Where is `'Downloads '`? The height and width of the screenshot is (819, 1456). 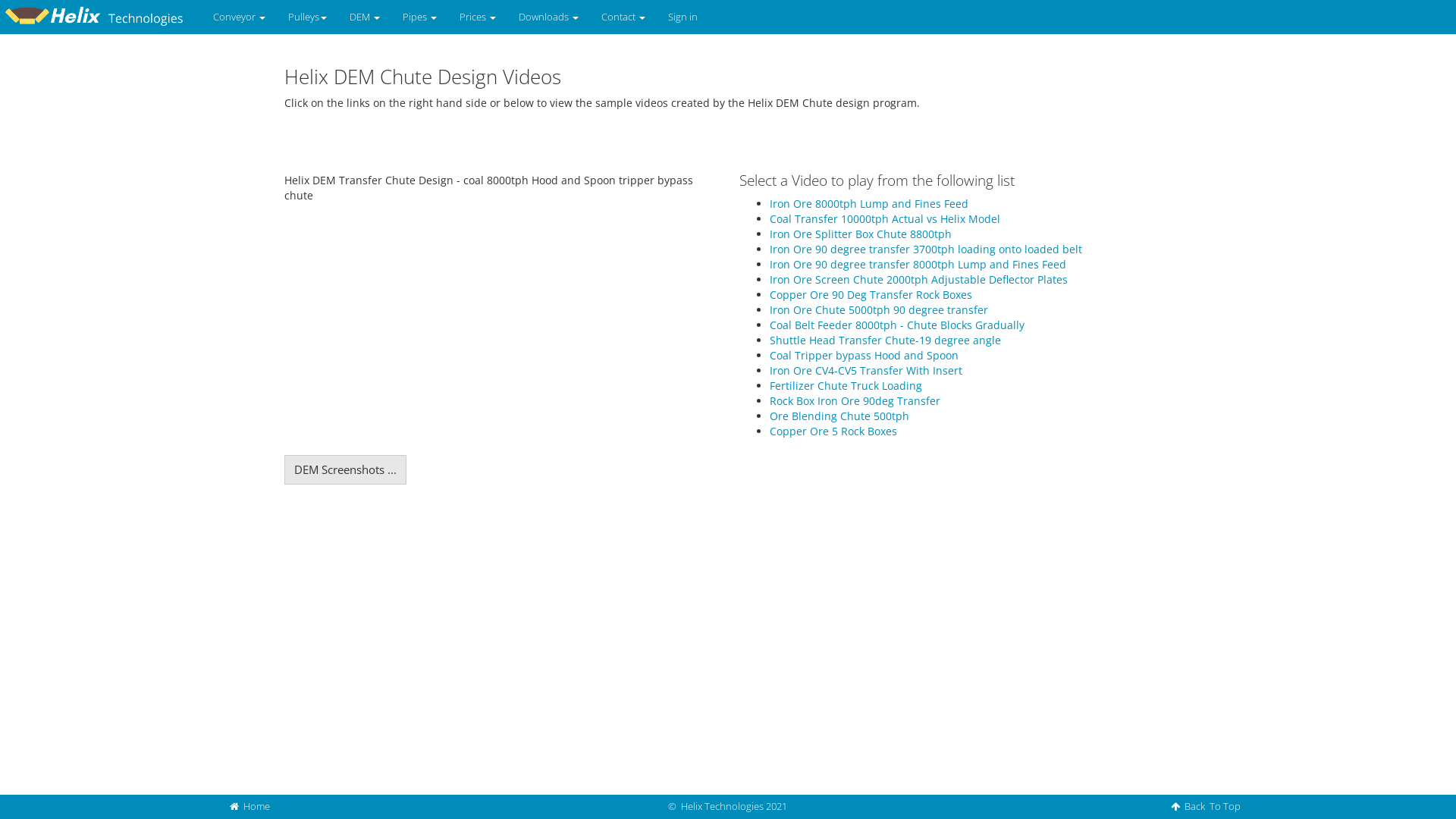
'Downloads ' is located at coordinates (507, 17).